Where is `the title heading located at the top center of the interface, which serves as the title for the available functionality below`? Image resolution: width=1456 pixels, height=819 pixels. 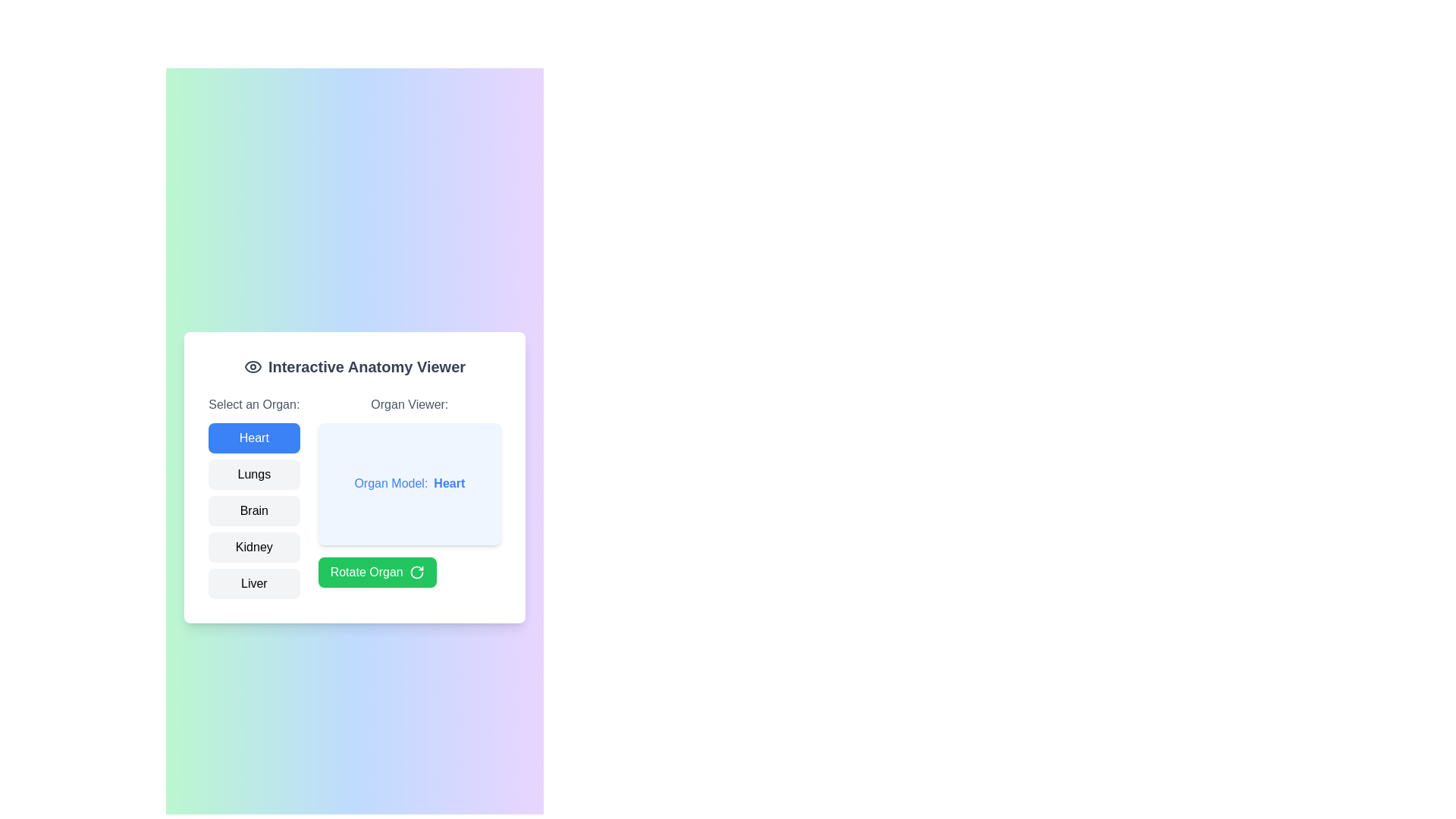
the title heading located at the top center of the interface, which serves as the title for the available functionality below is located at coordinates (353, 366).